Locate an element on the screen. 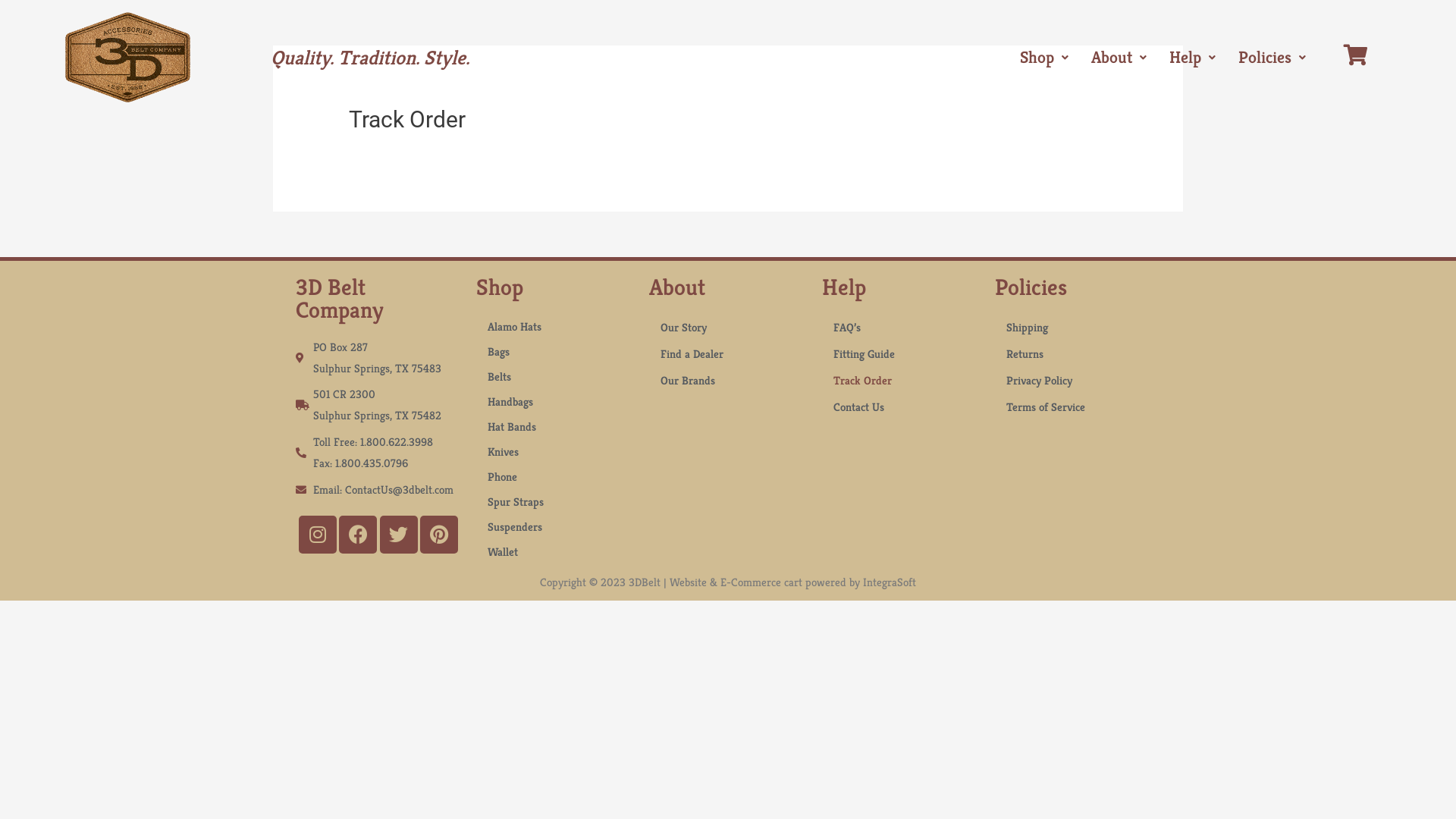  'Track Order' is located at coordinates (821, 379).